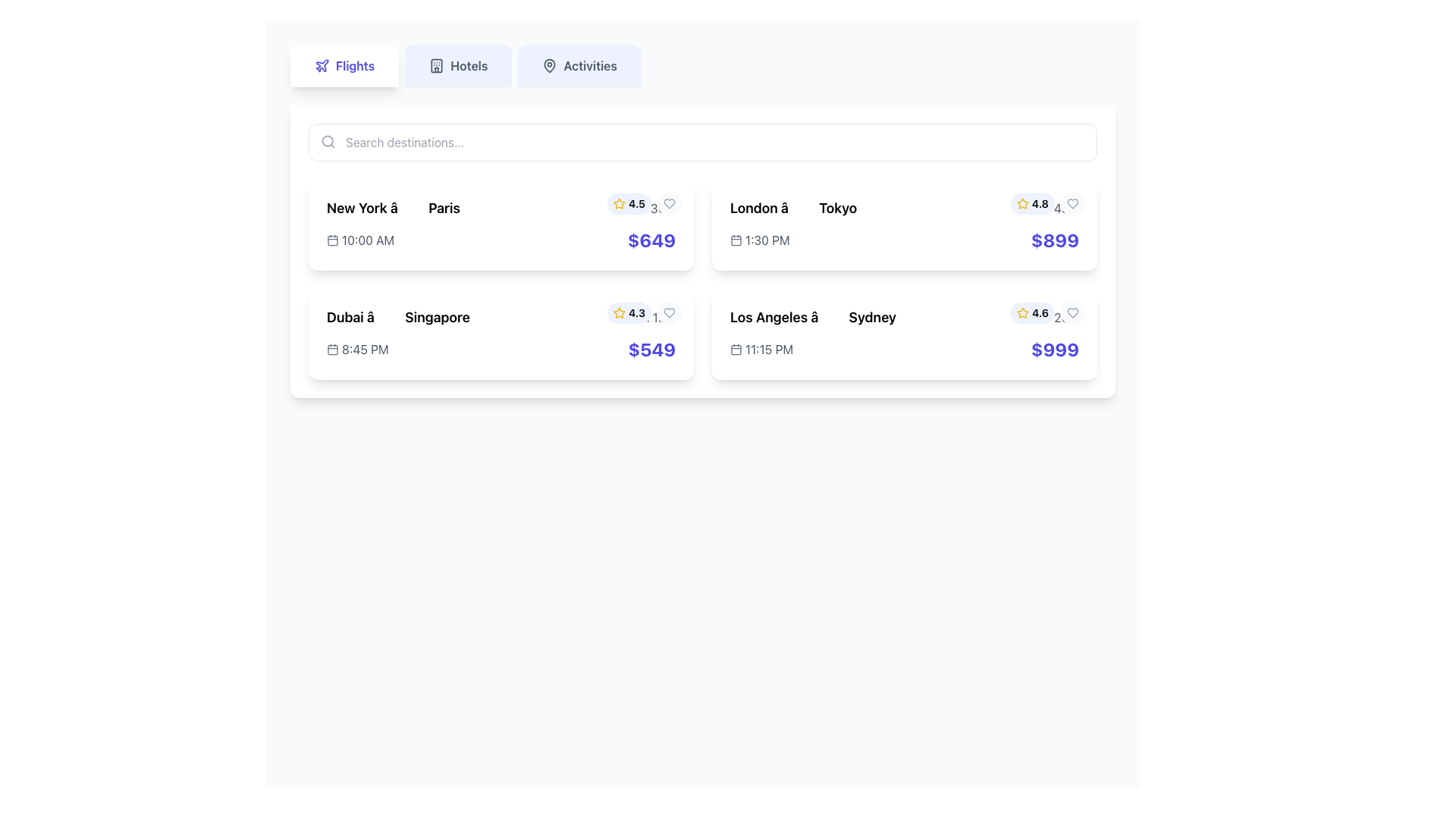  I want to click on the heart icon button located in the second column next to the rating information for the travel option 'London to Tokyo', so click(1072, 203).